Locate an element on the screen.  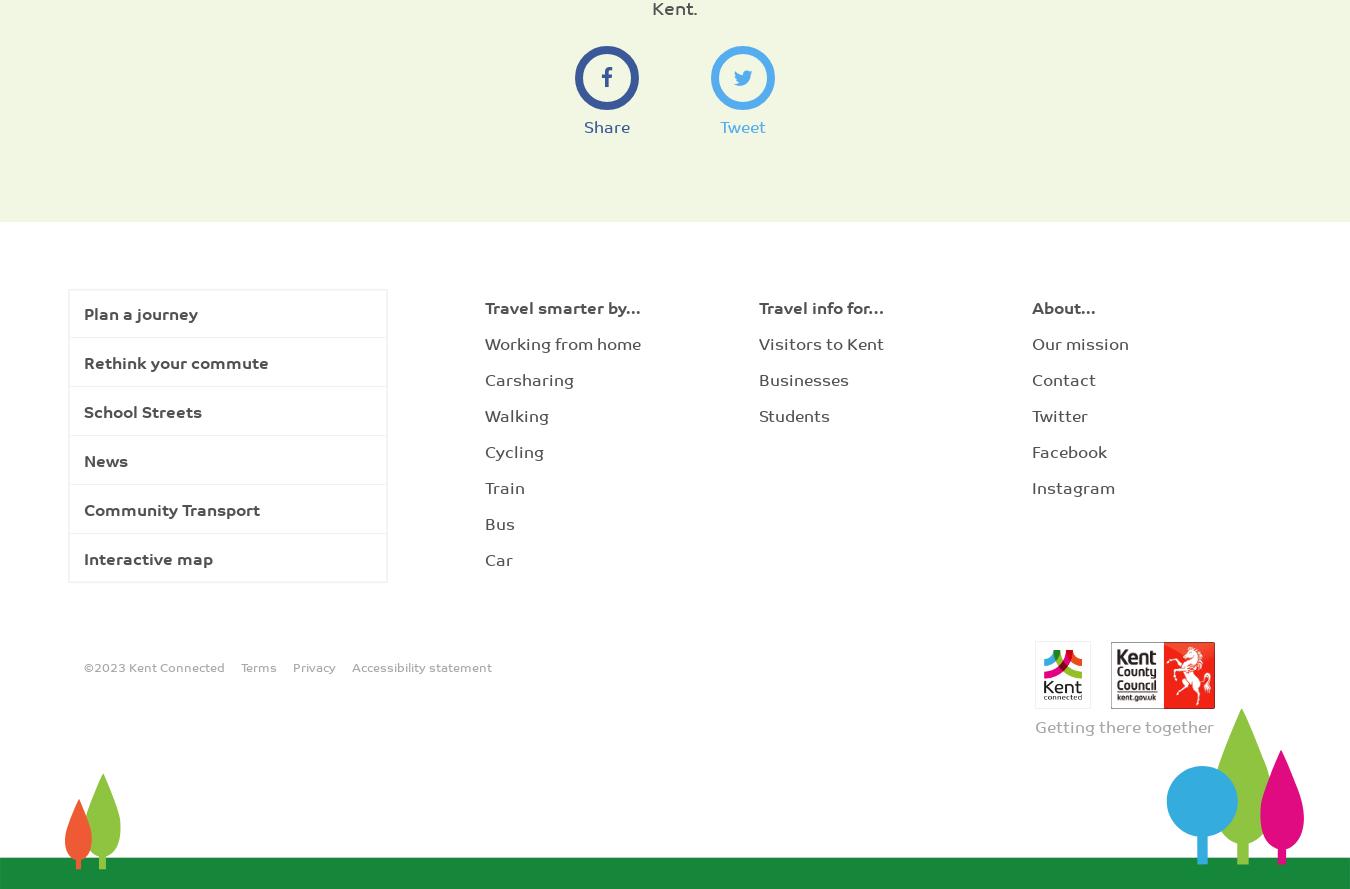
'Plan a journey' is located at coordinates (82, 313).